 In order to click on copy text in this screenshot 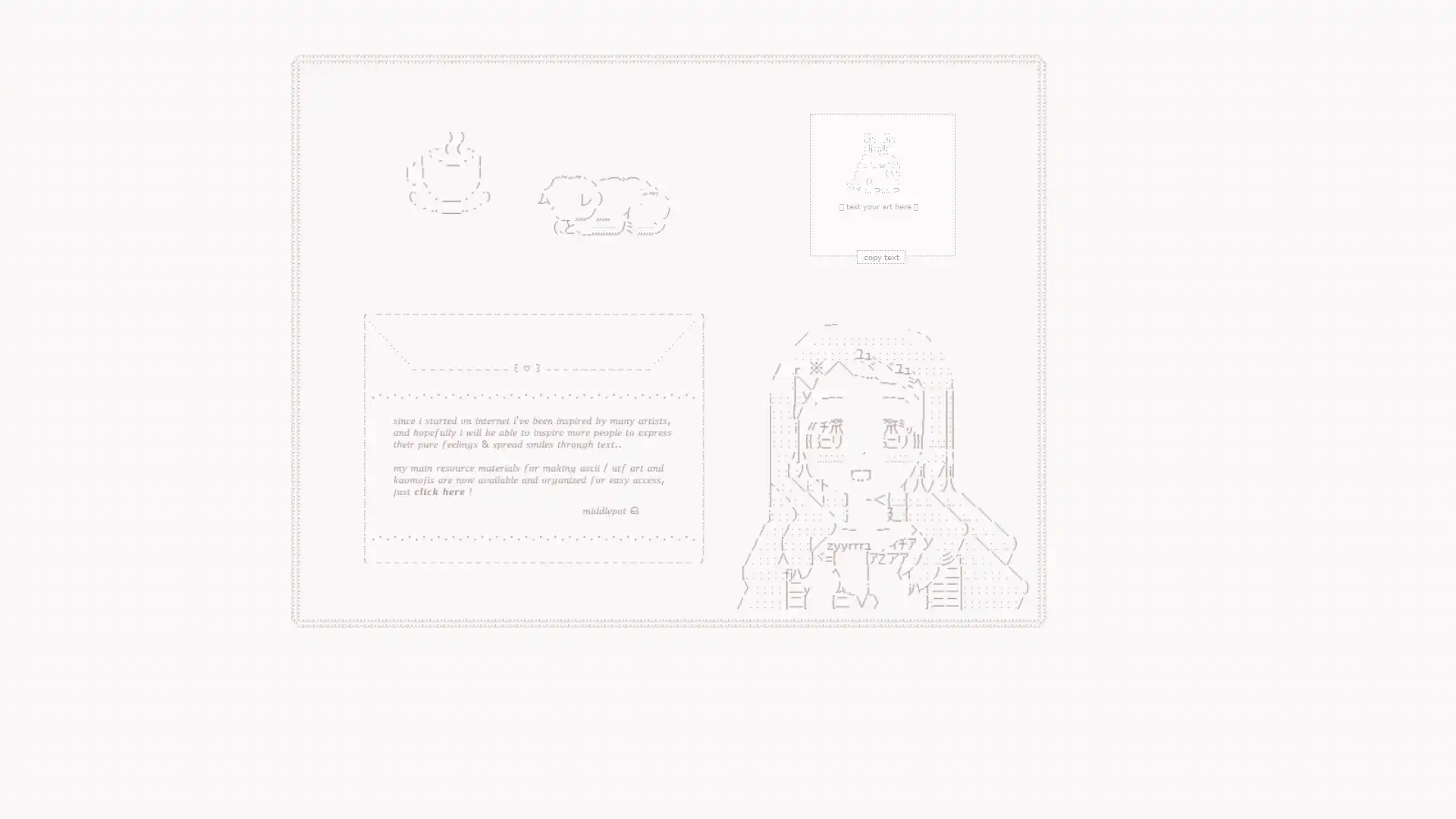, I will do `click(733, 214)`.